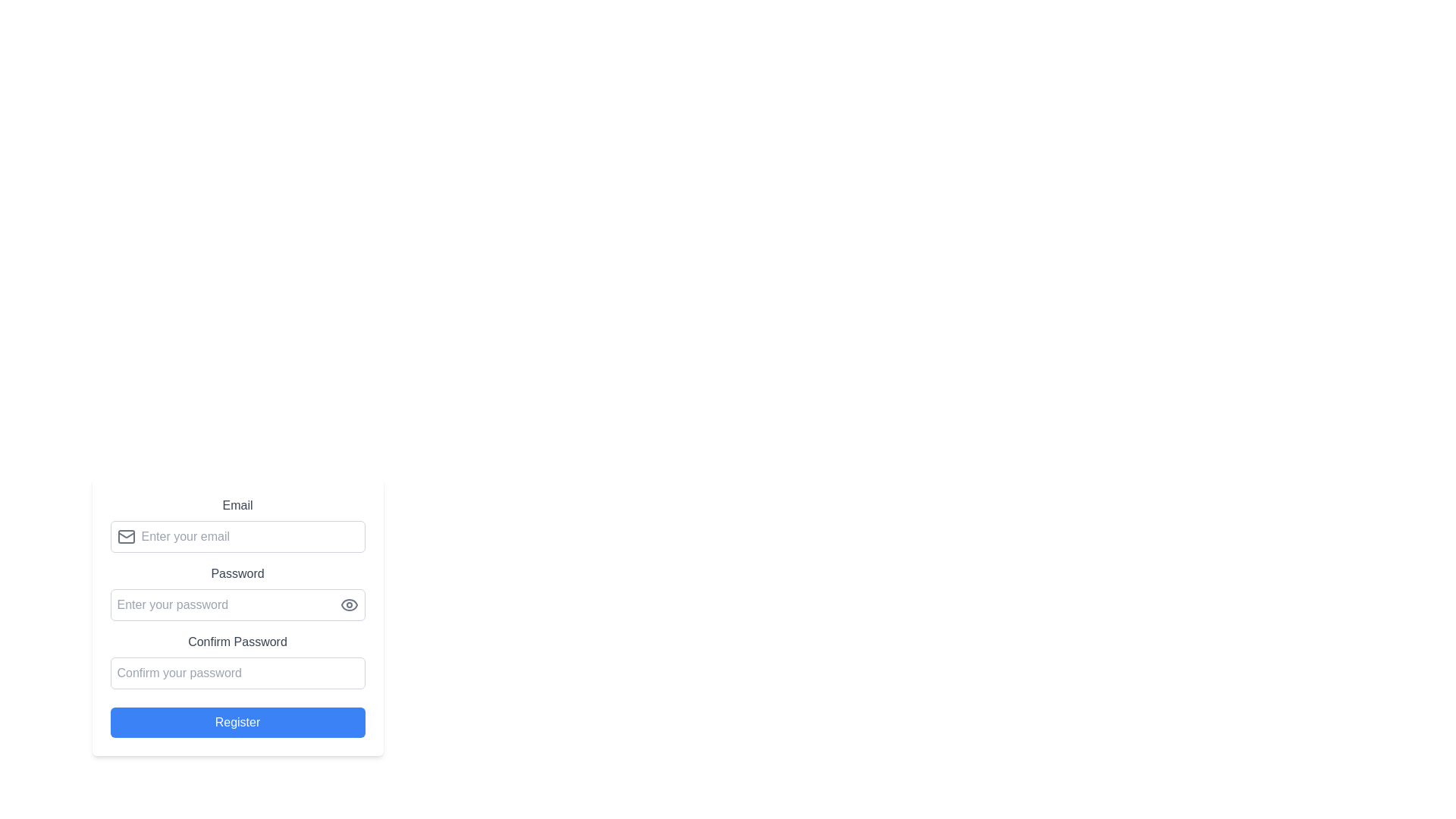 This screenshot has width=1456, height=819. Describe the element at coordinates (126, 536) in the screenshot. I see `the envelope icon that visually represents the email input field label, located to the left of the email text field` at that location.